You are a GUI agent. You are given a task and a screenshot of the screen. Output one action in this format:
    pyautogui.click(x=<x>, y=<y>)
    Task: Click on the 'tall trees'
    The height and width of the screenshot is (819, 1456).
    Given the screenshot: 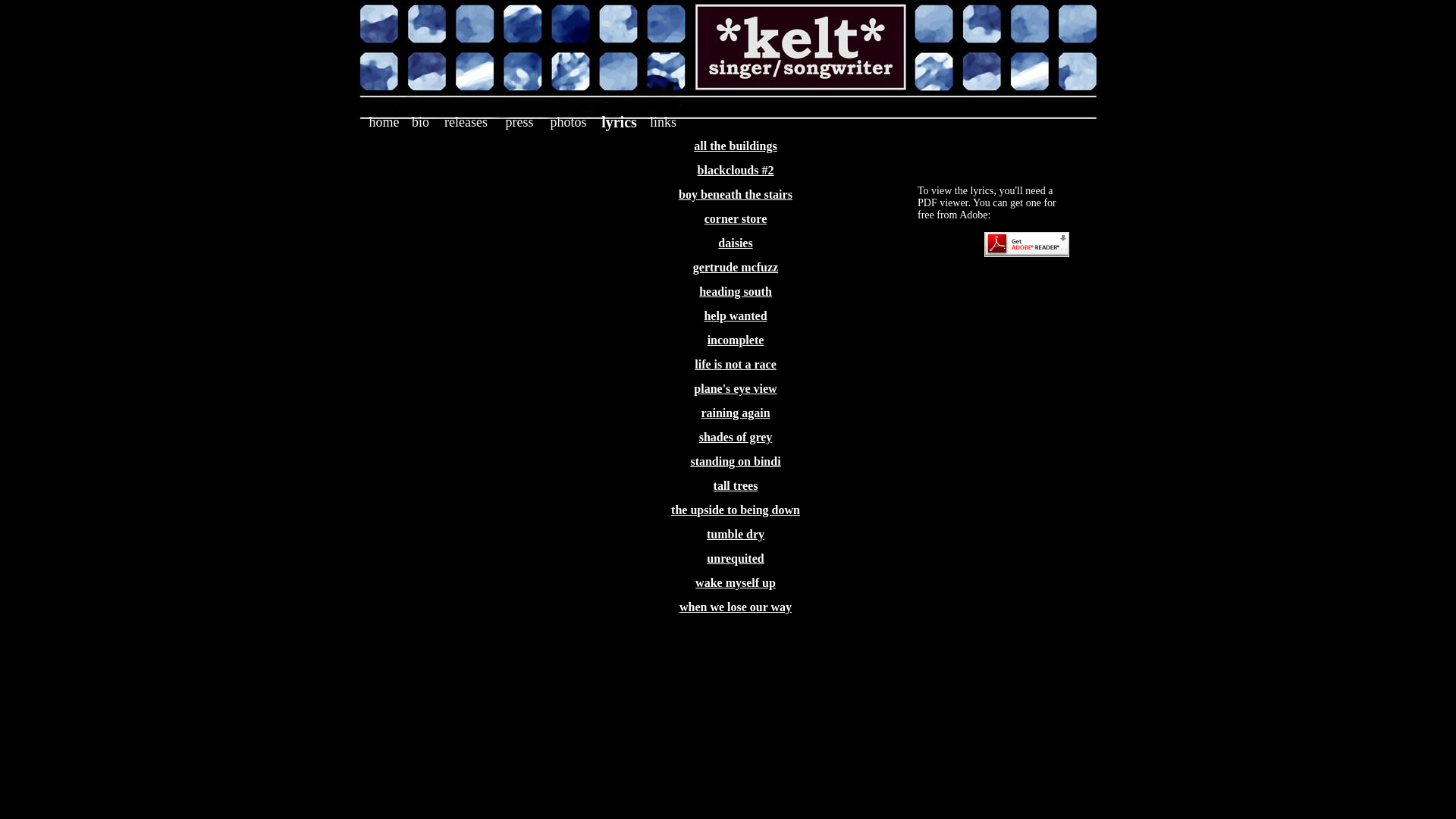 What is the action you would take?
    pyautogui.click(x=736, y=485)
    